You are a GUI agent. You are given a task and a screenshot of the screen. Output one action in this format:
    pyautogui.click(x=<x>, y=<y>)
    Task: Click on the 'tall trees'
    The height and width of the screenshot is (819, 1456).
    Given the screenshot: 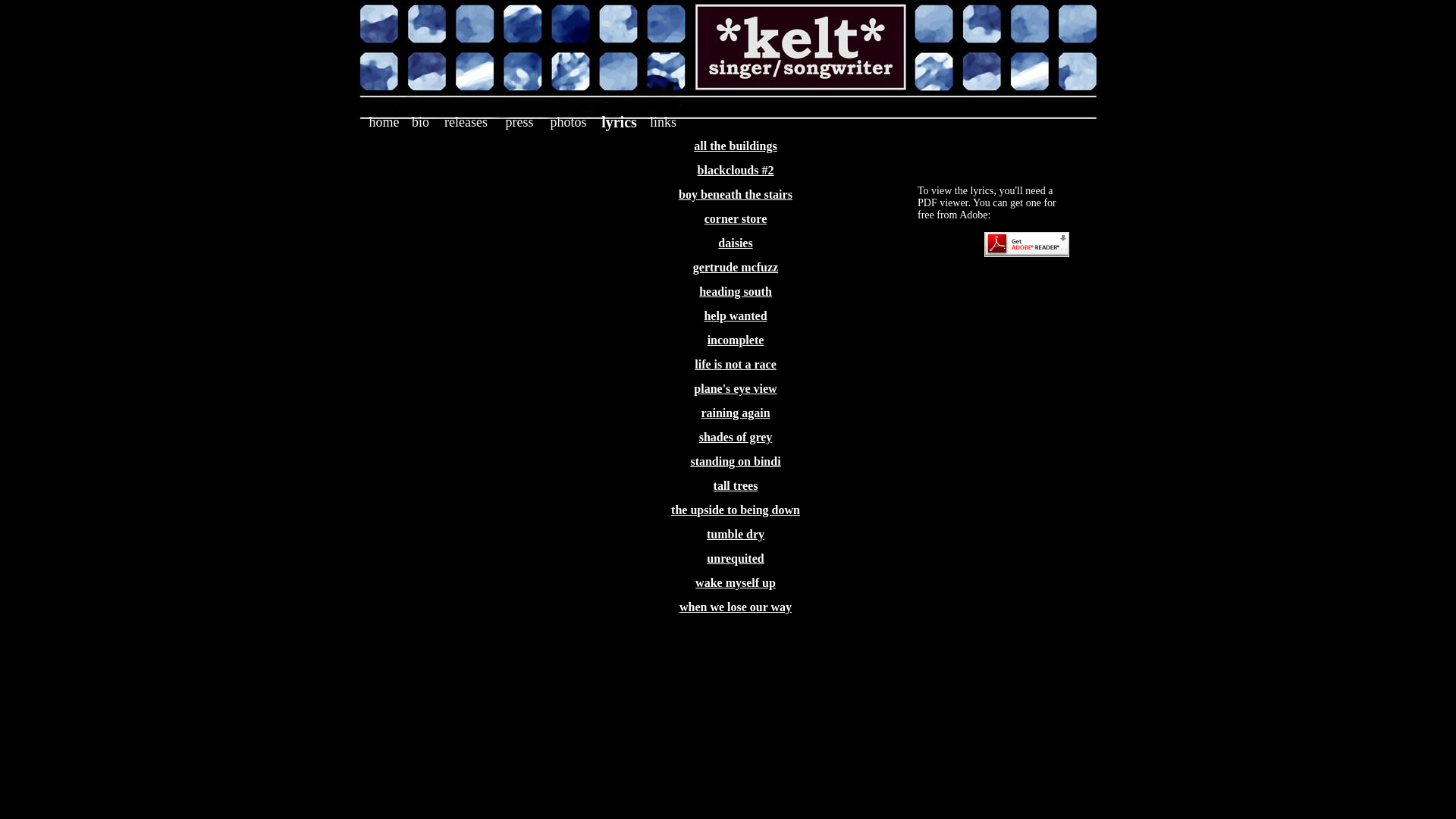 What is the action you would take?
    pyautogui.click(x=736, y=485)
    